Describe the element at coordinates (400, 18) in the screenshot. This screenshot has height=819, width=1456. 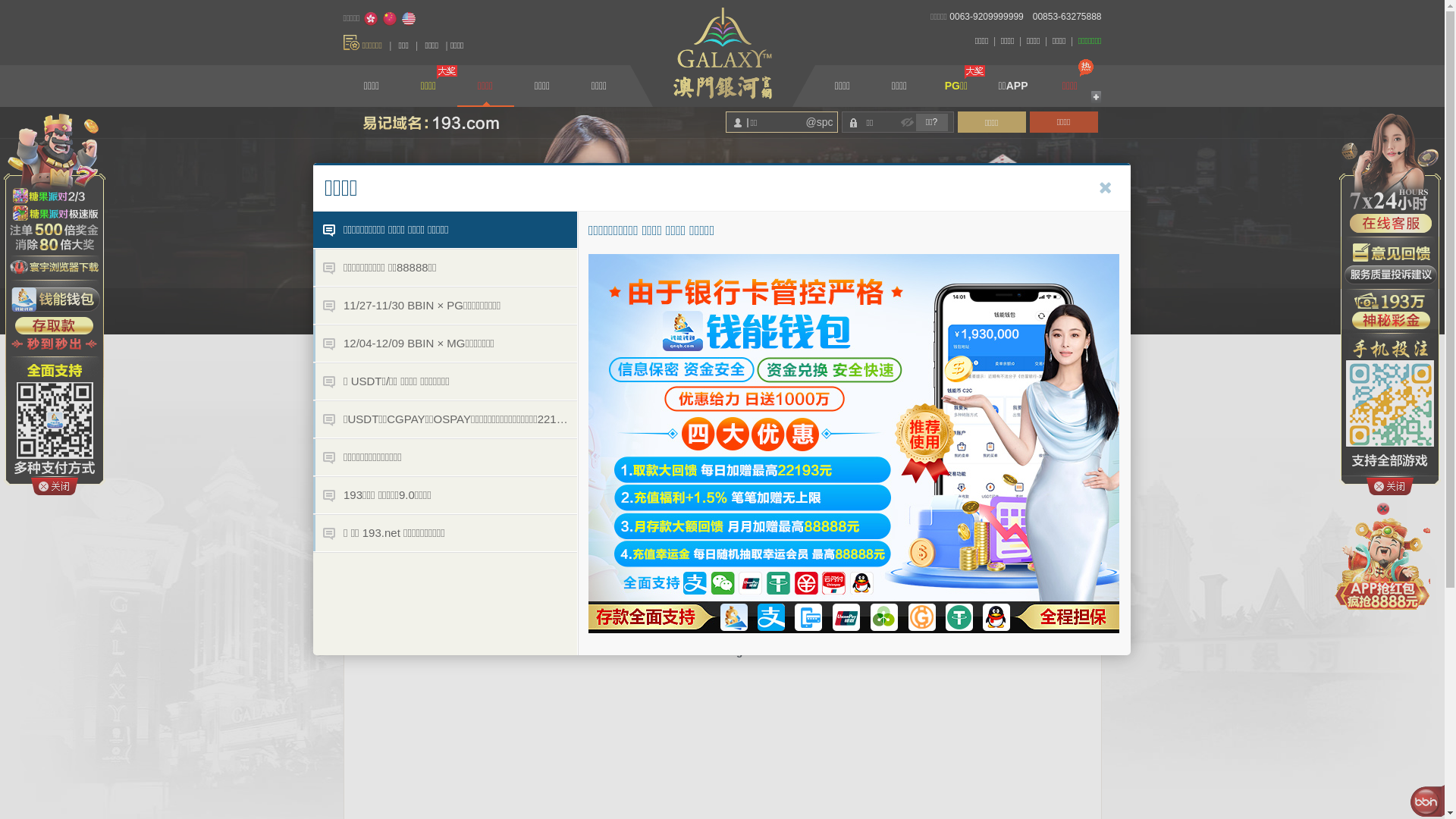
I see `'English'` at that location.